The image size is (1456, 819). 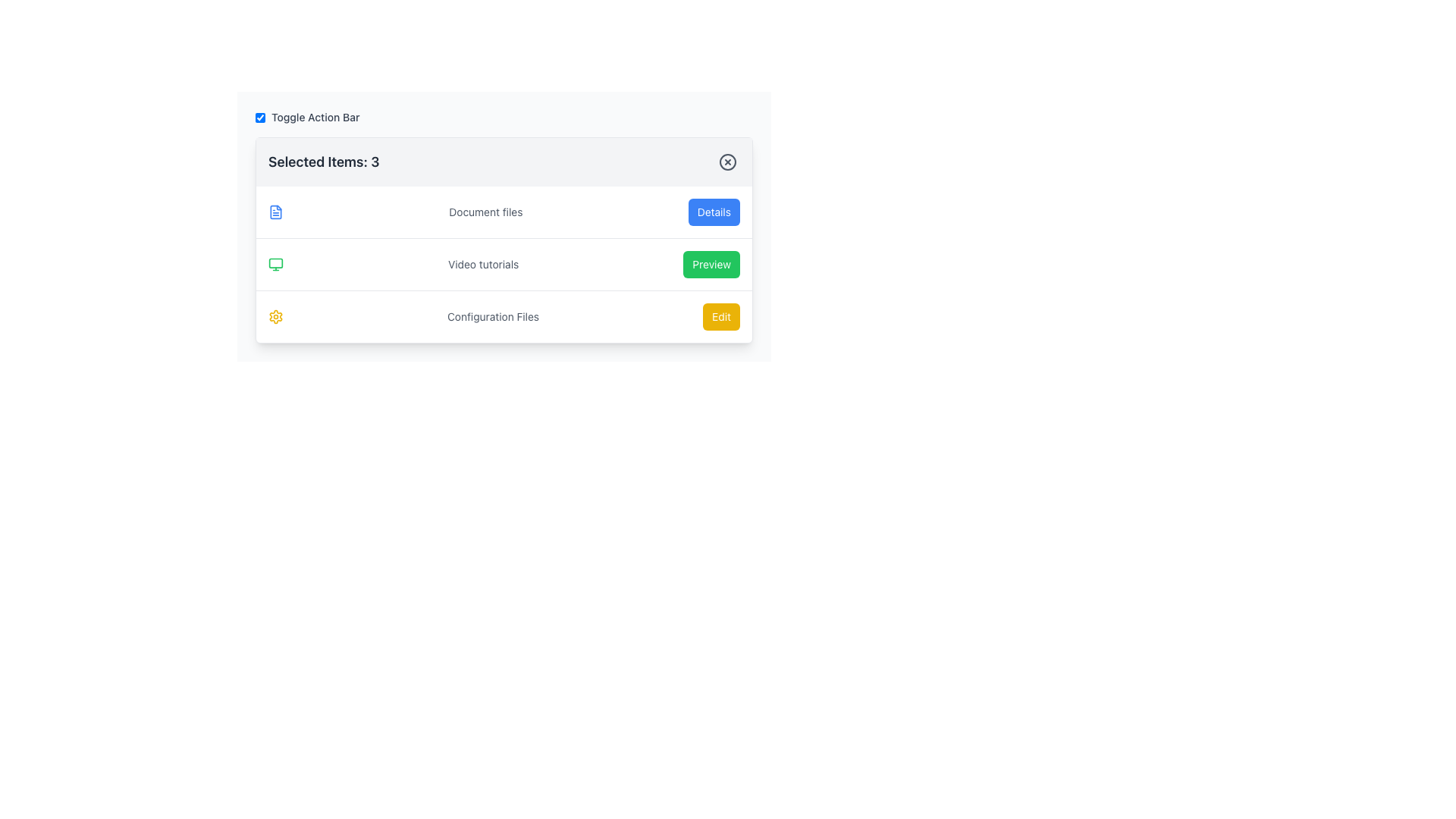 I want to click on the close button located in the top-right corner of the Action Bar section, which is associated with the 'Selected Items: 3' label, so click(x=728, y=162).